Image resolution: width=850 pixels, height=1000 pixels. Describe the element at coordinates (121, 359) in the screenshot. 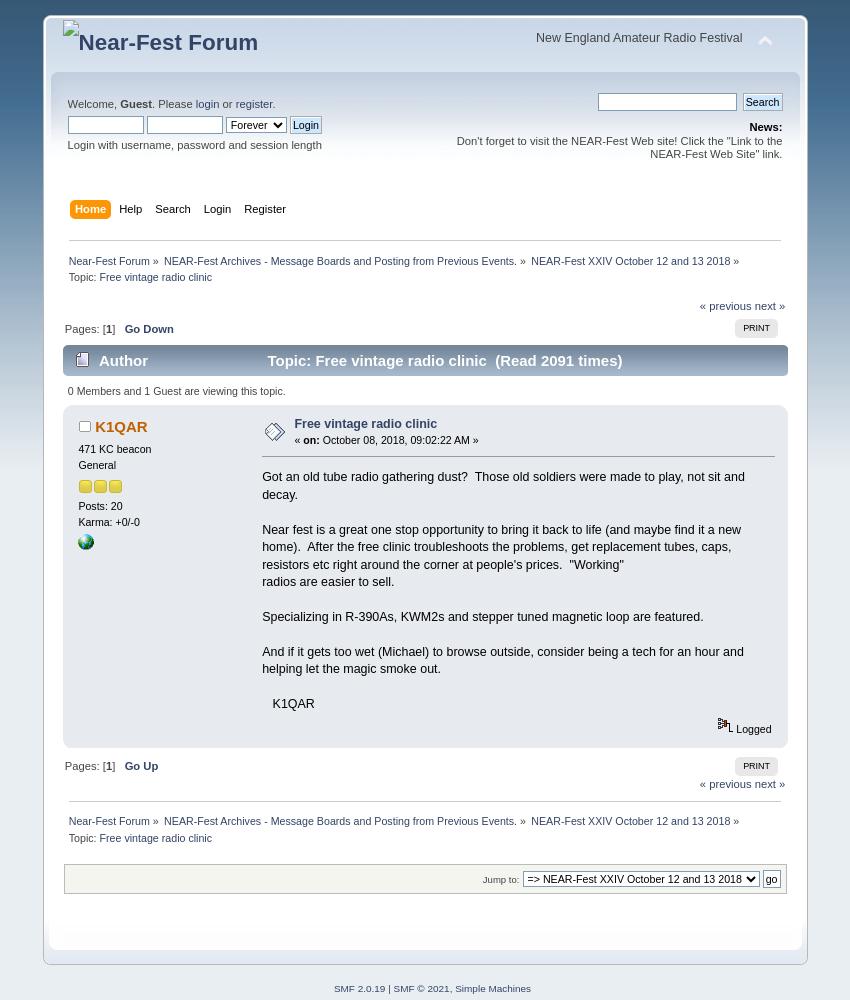

I see `'Author'` at that location.